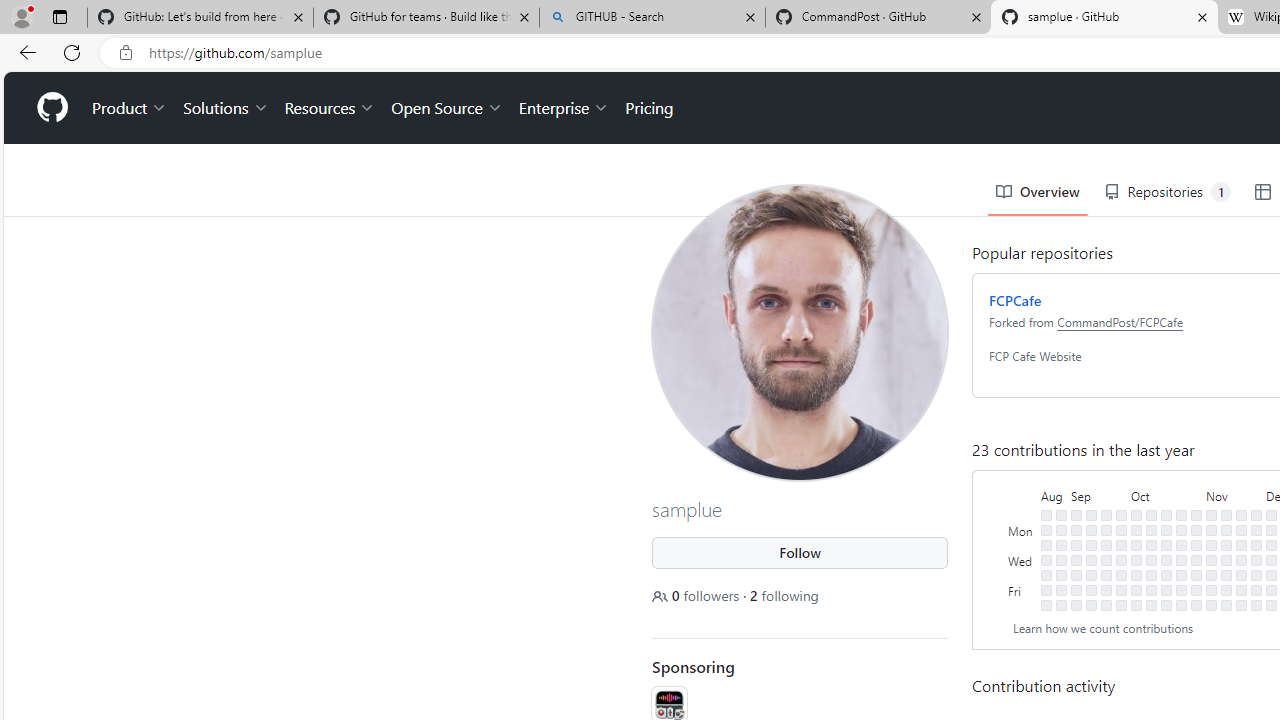 Image resolution: width=1280 pixels, height=720 pixels. What do you see at coordinates (649, 108) in the screenshot?
I see `'Pricing'` at bounding box center [649, 108].